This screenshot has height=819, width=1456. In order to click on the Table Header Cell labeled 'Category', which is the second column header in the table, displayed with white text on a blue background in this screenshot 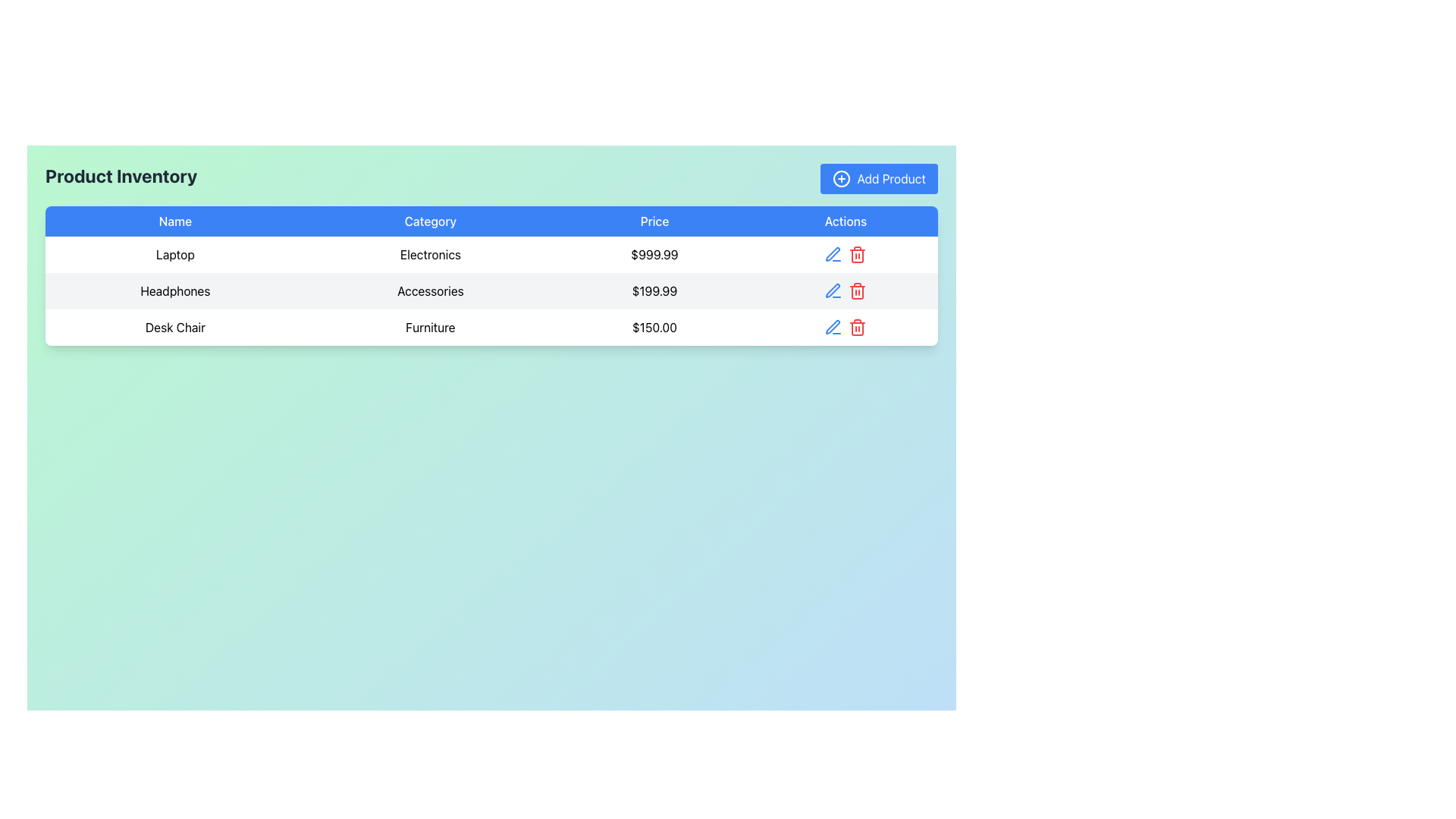, I will do `click(429, 221)`.